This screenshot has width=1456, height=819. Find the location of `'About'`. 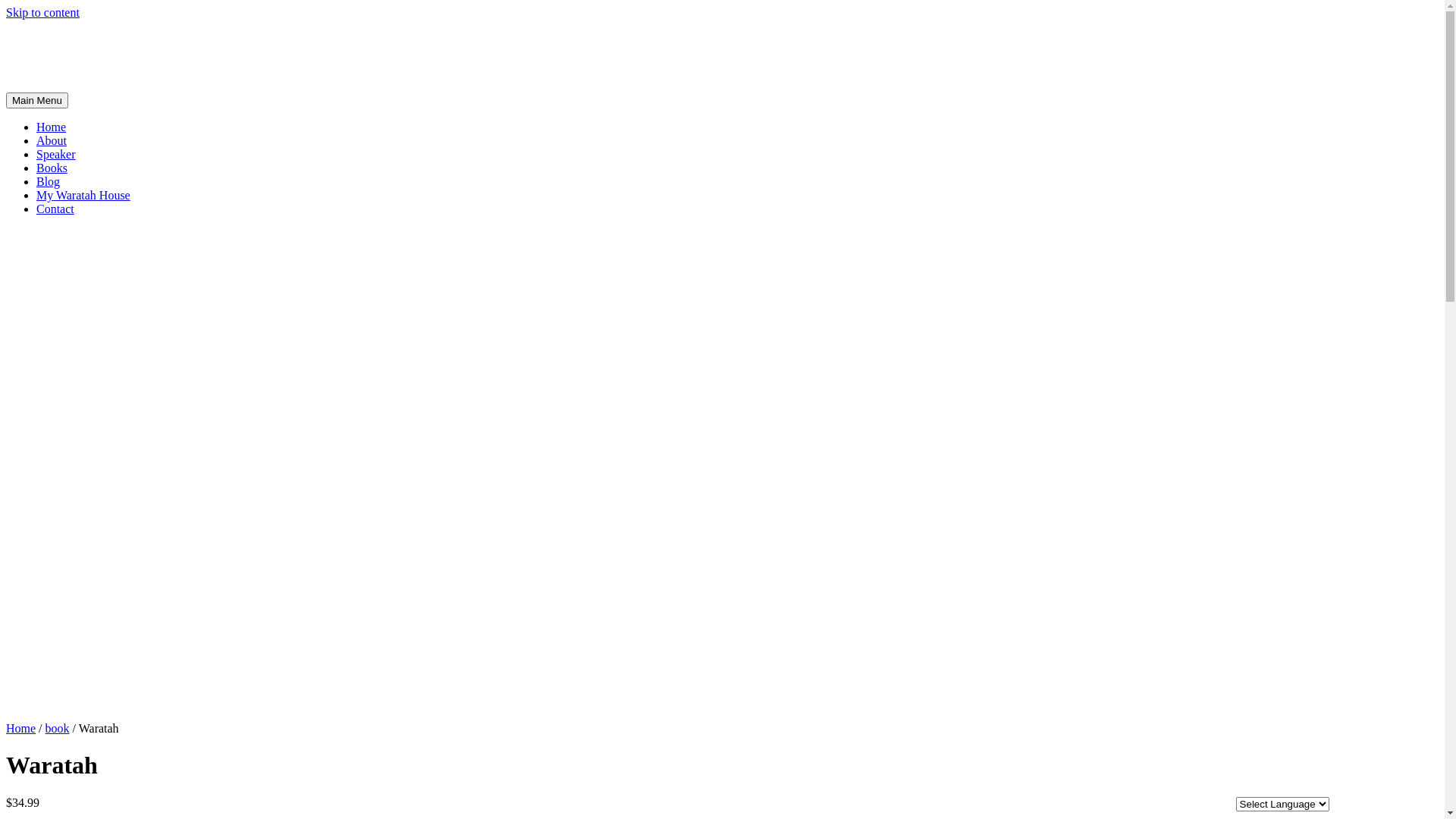

'About' is located at coordinates (51, 140).